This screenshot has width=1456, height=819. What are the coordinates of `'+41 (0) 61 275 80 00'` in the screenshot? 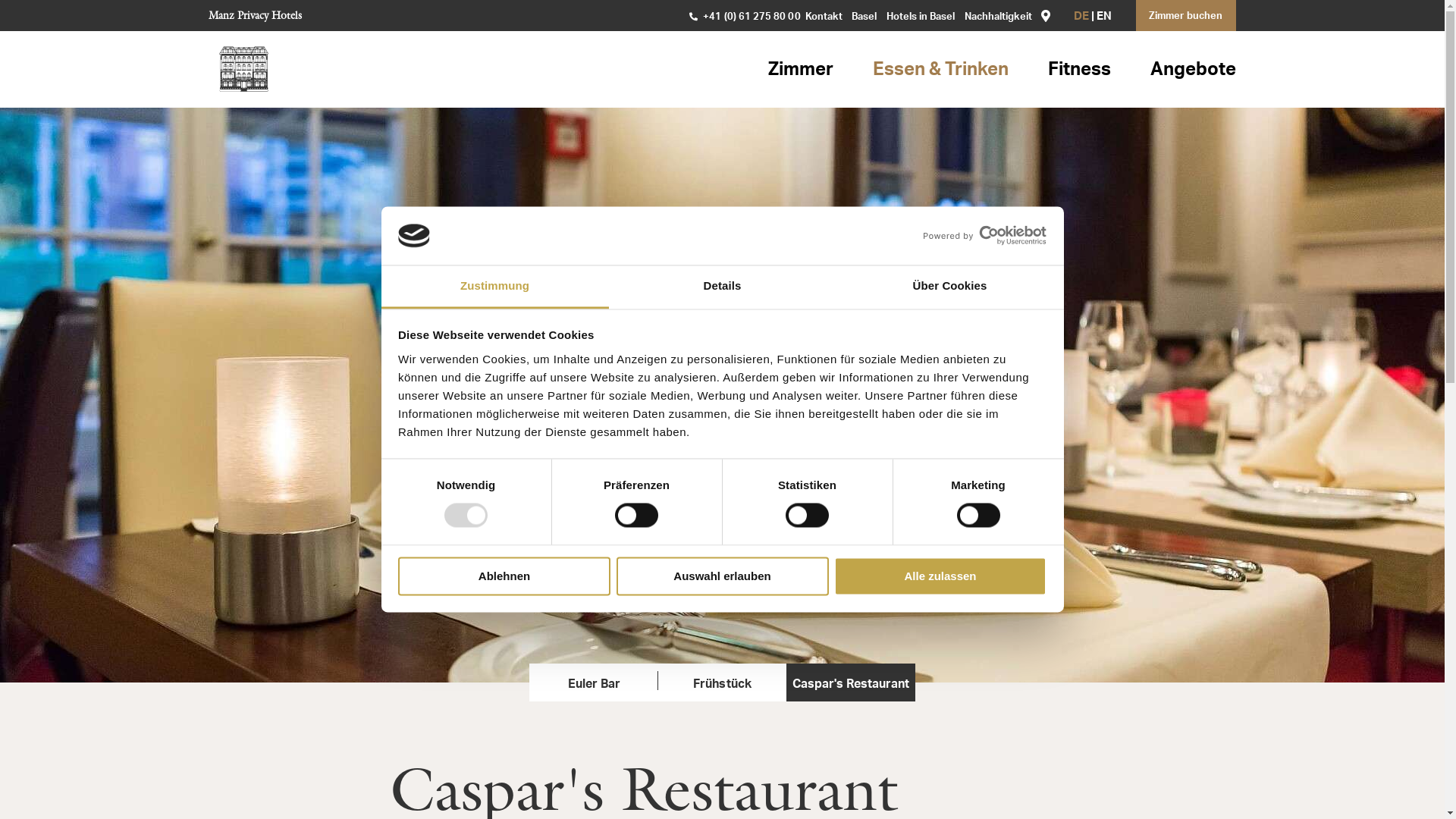 It's located at (745, 17).